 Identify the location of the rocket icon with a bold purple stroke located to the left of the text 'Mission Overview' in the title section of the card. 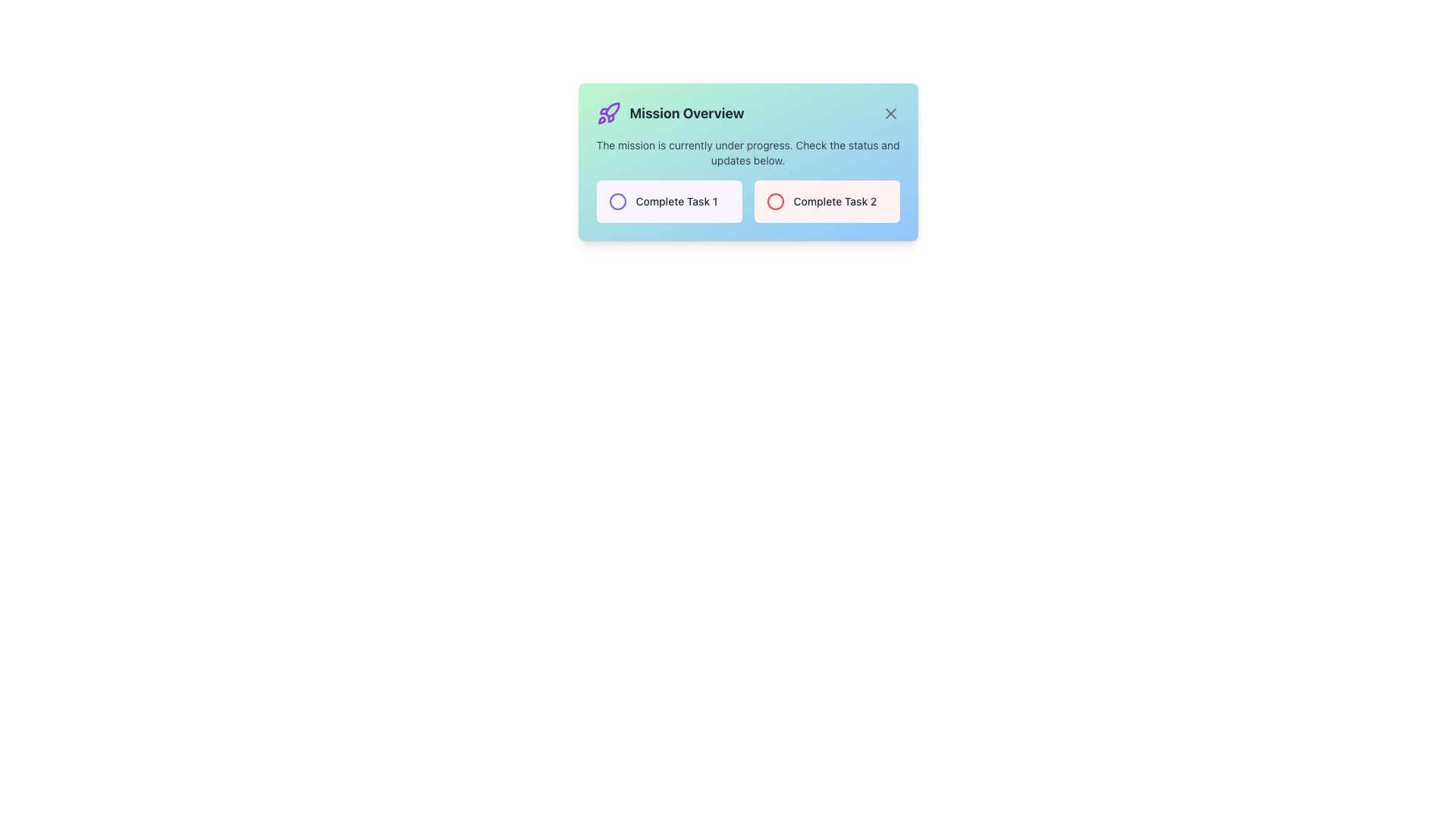
(608, 113).